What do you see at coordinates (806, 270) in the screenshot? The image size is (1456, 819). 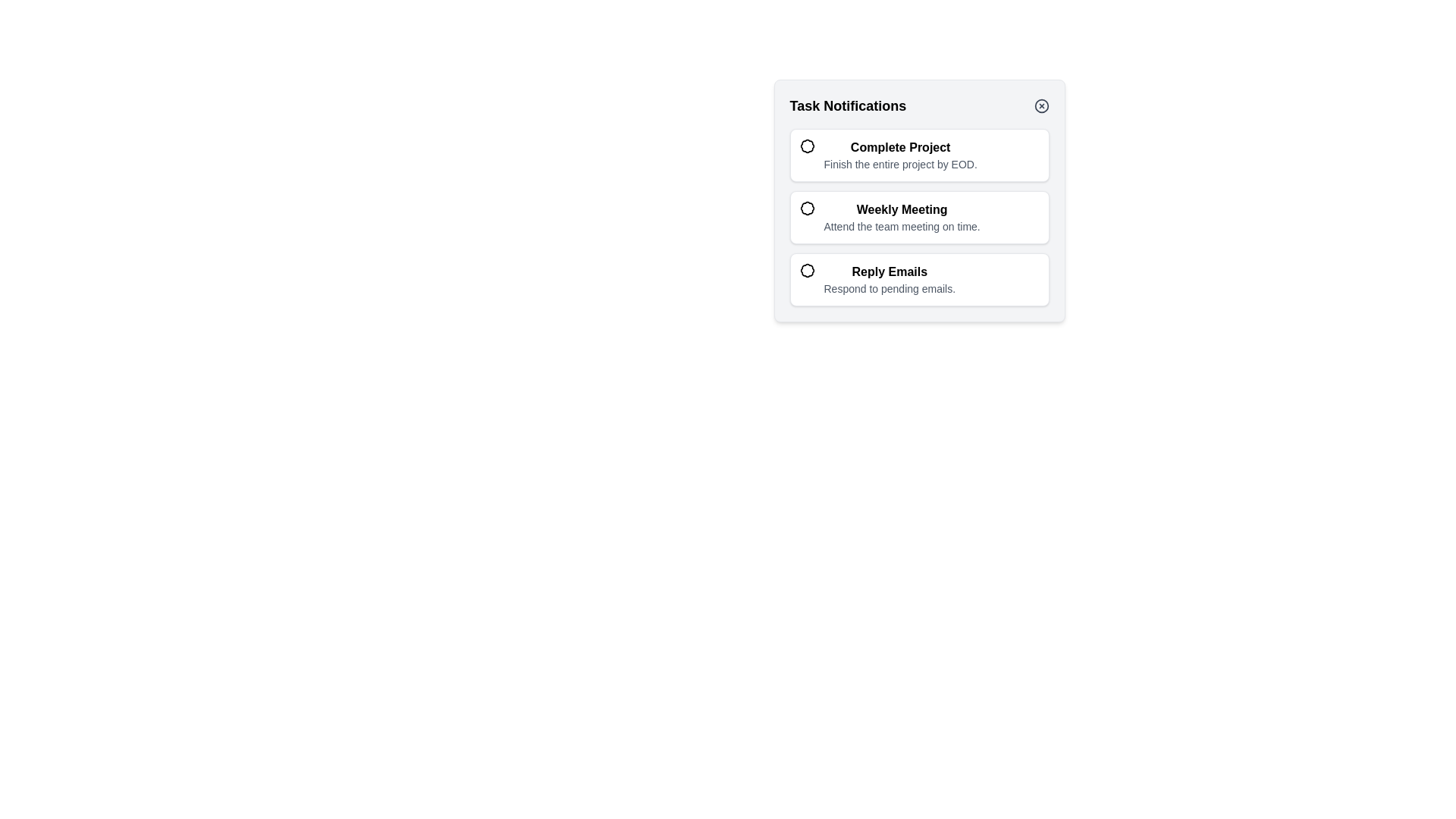 I see `the priority indicator icon located in the third notification item associated with the 'Reply Emails' task` at bounding box center [806, 270].